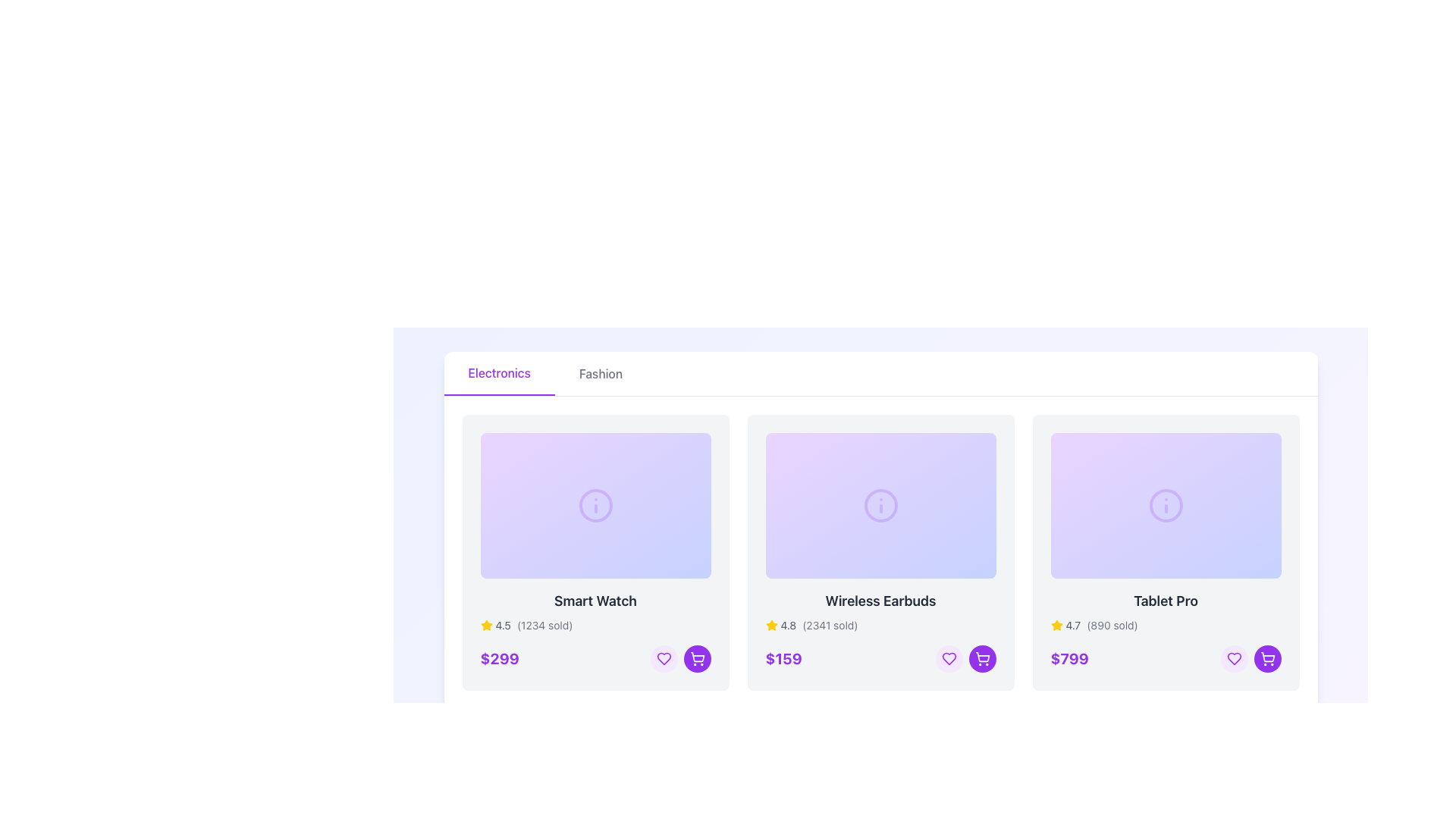  I want to click on the 'Fashion' navigation link, which is styled with medium font weight and changes color on hover, so click(600, 374).